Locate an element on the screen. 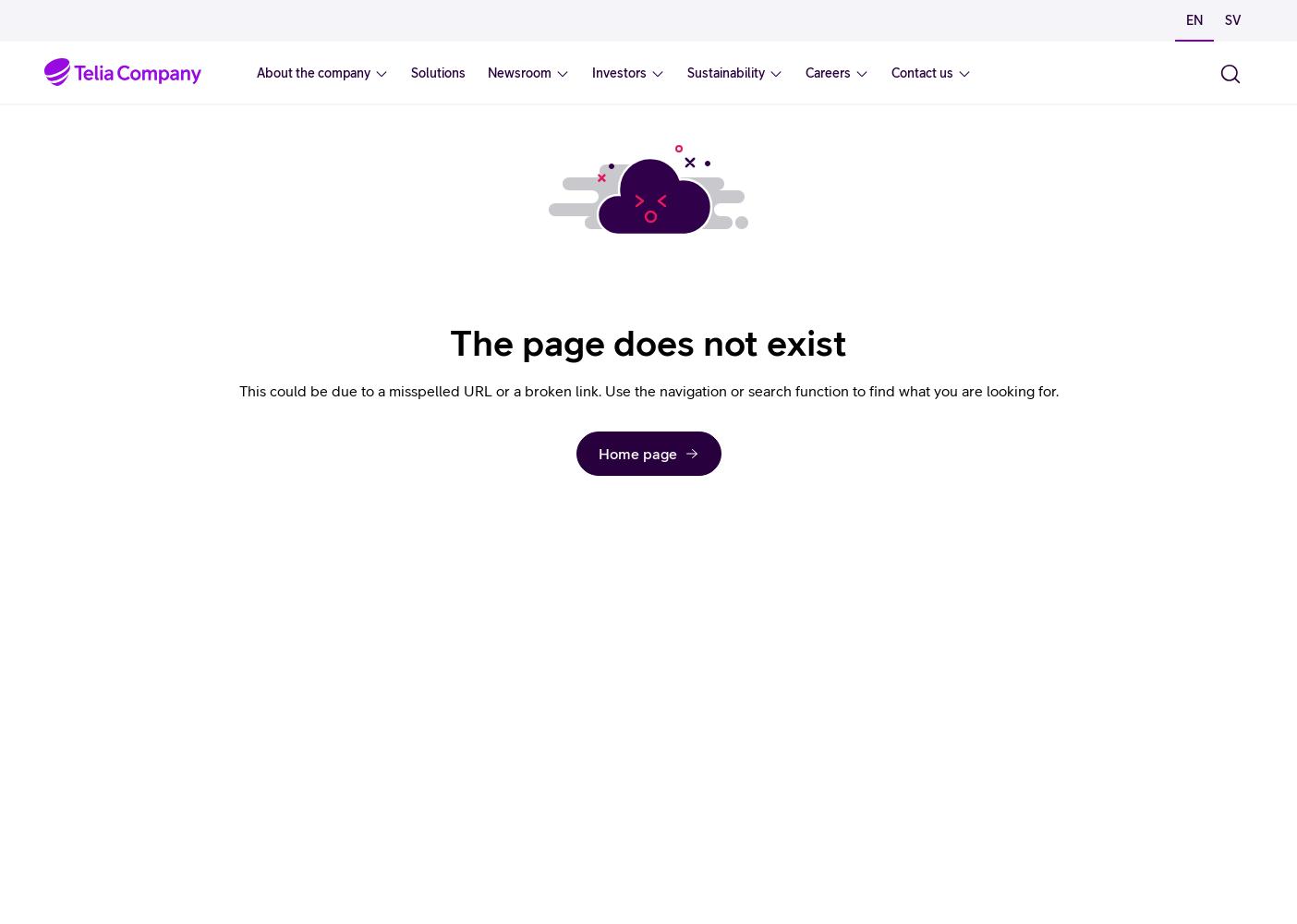  'This could be due to a misspelled URL or a broken link. Use the navigation or search function to find what you are looking for.' is located at coordinates (238, 391).